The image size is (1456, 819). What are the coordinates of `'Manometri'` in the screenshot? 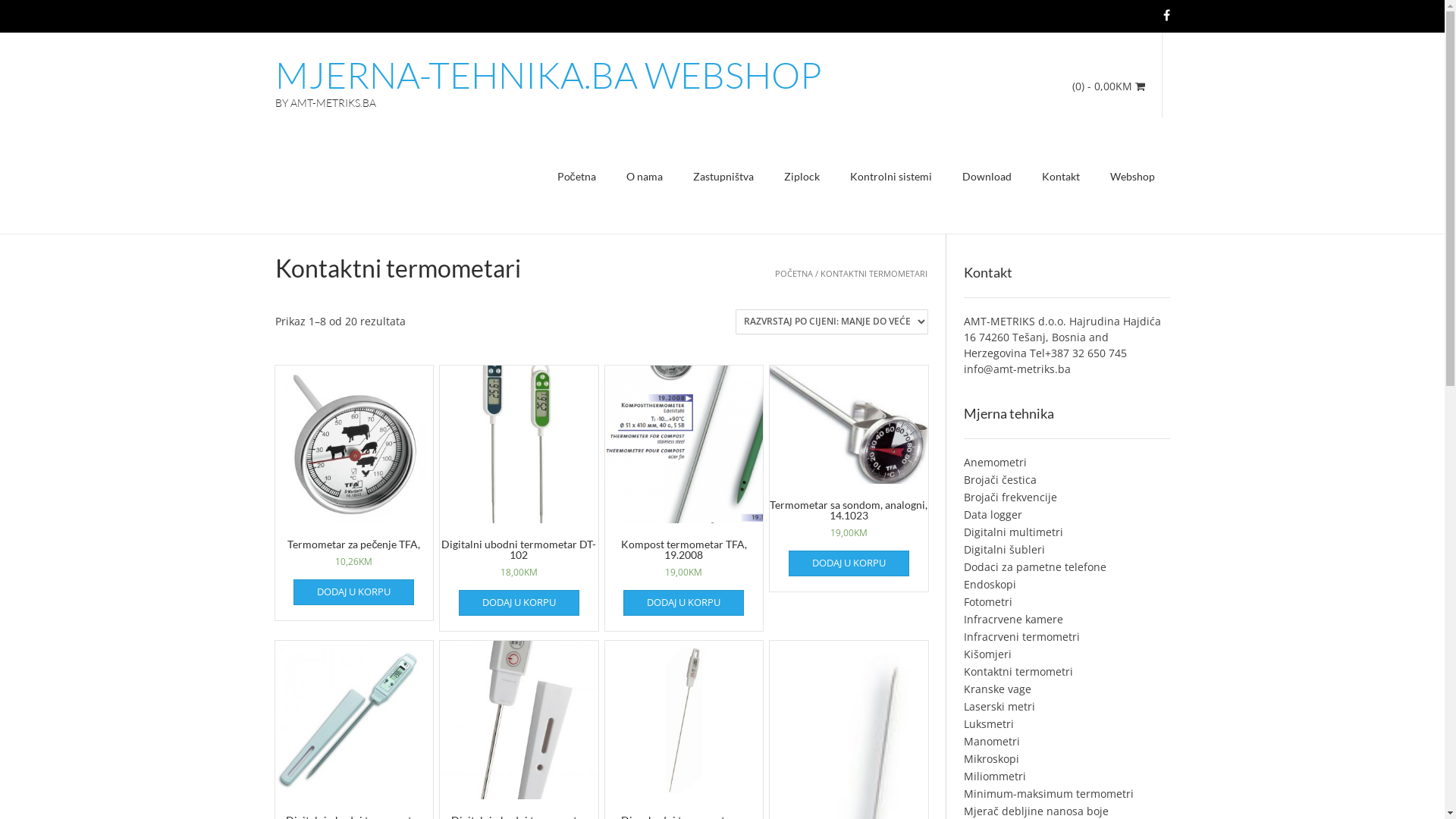 It's located at (992, 740).